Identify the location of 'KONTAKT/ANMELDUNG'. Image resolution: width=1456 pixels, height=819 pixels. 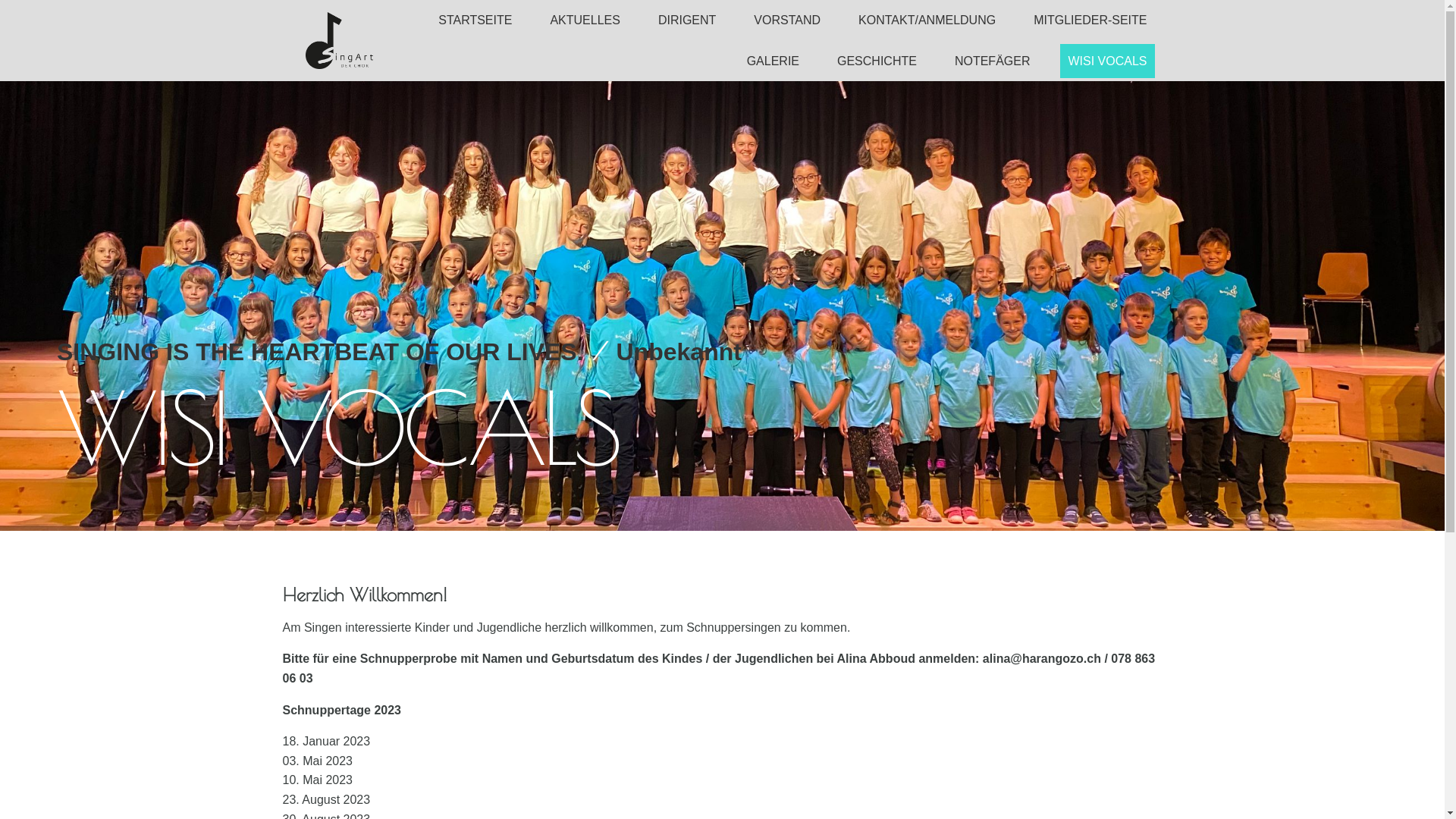
(926, 20).